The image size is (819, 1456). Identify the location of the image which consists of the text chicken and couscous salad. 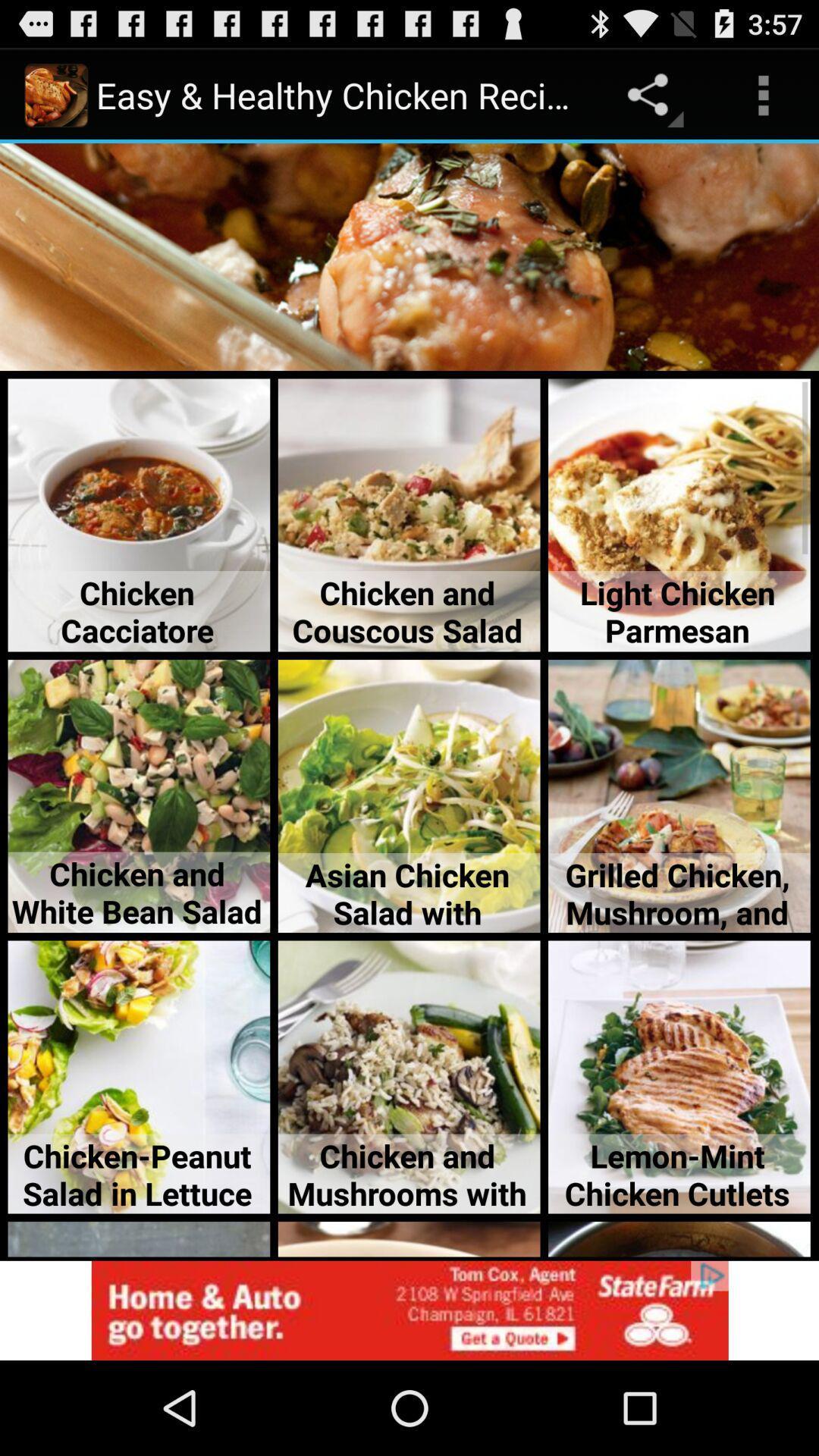
(409, 516).